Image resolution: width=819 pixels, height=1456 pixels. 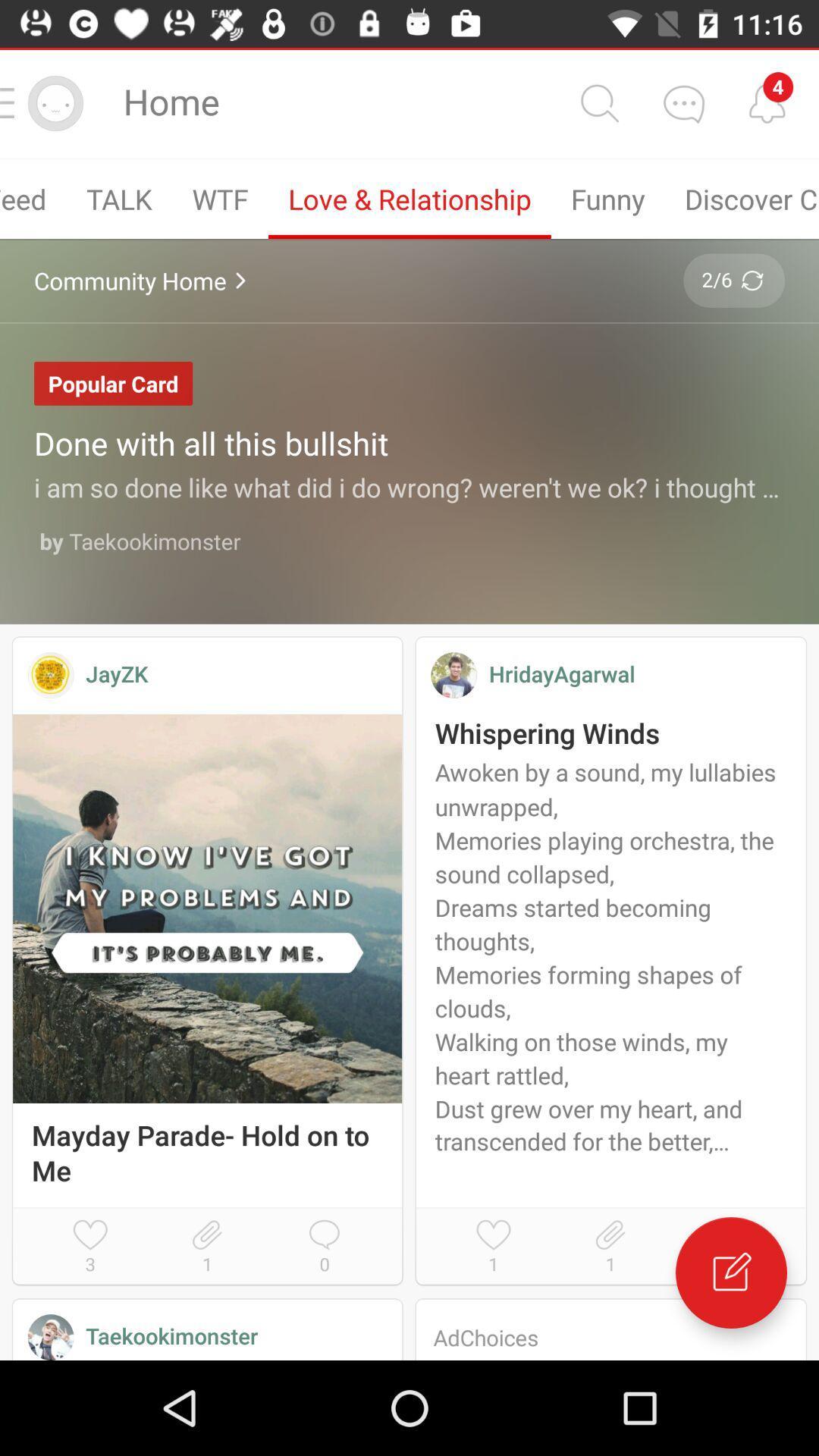 What do you see at coordinates (767, 102) in the screenshot?
I see `the notifications icon` at bounding box center [767, 102].